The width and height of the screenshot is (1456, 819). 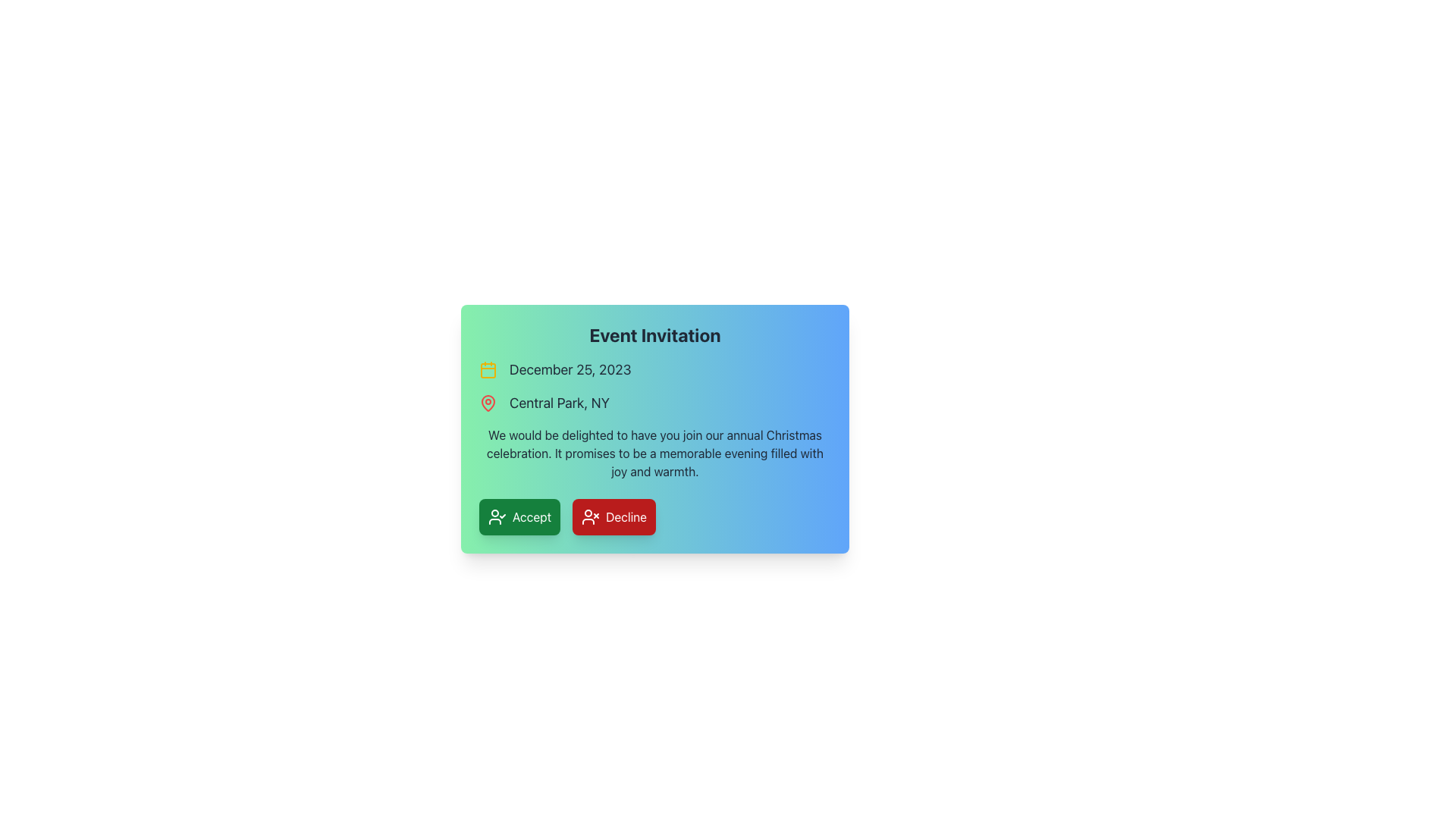 What do you see at coordinates (488, 402) in the screenshot?
I see `the location pin icon, which is a red outlined teardrop-shaped SVG located near the text 'Central Park, NY', for further interaction` at bounding box center [488, 402].